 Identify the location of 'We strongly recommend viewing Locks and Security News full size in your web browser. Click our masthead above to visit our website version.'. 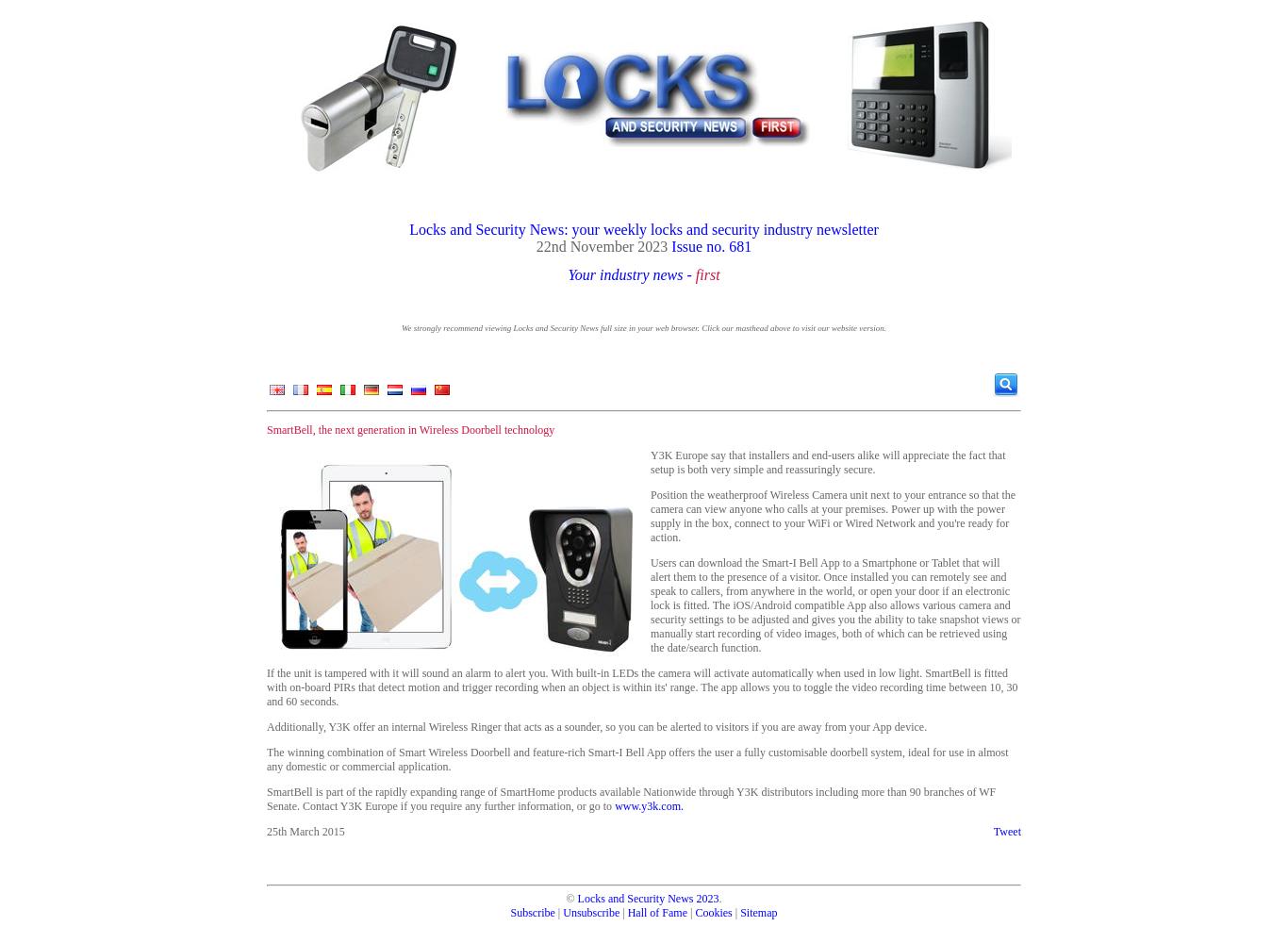
(642, 327).